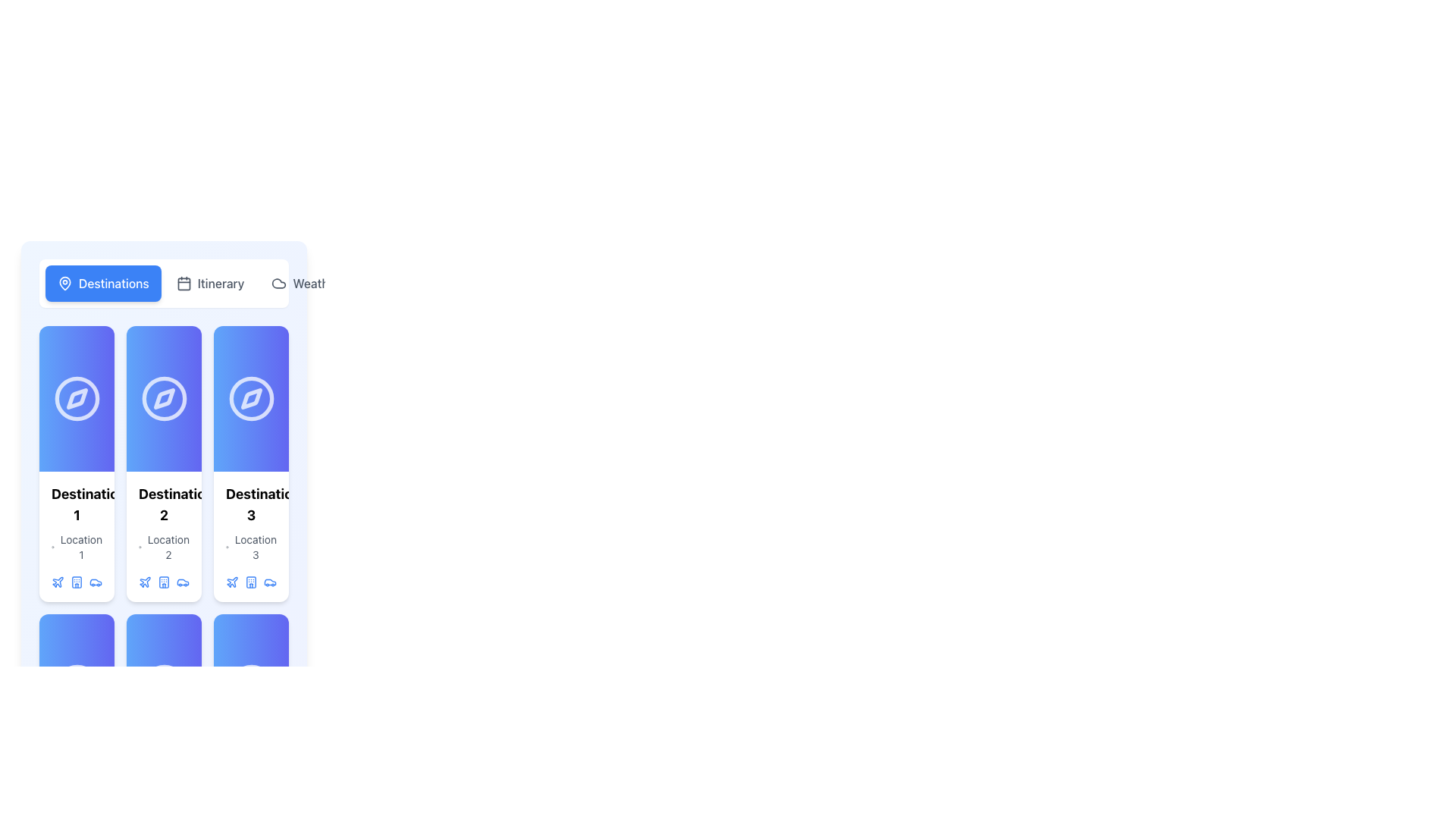 The width and height of the screenshot is (1456, 819). Describe the element at coordinates (256, 547) in the screenshot. I see `the static text label that provides additional context about the main title 'Destination 3', located within the third card of a horizontally arranged group` at that location.